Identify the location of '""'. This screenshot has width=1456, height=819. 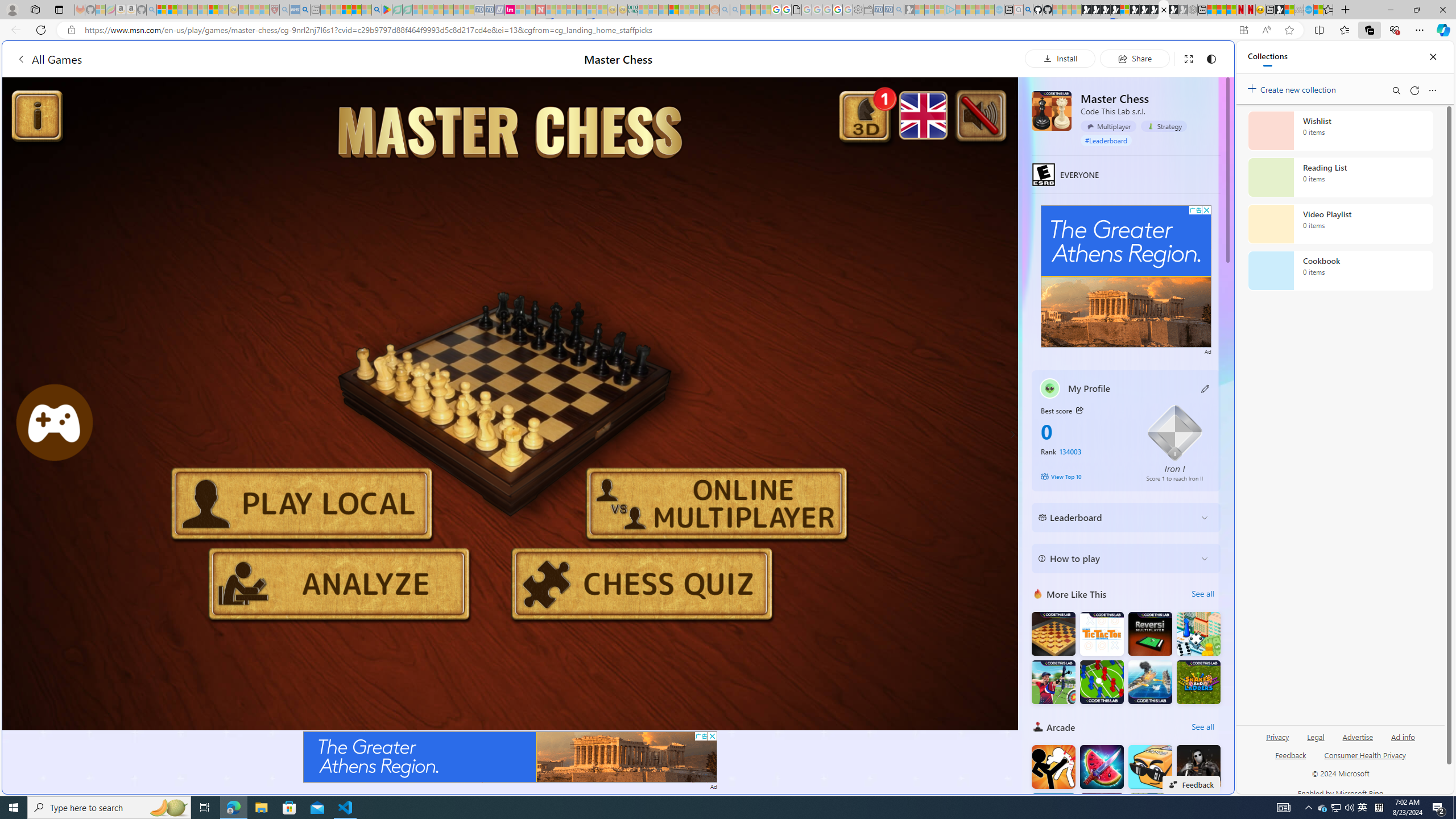
(1049, 387).